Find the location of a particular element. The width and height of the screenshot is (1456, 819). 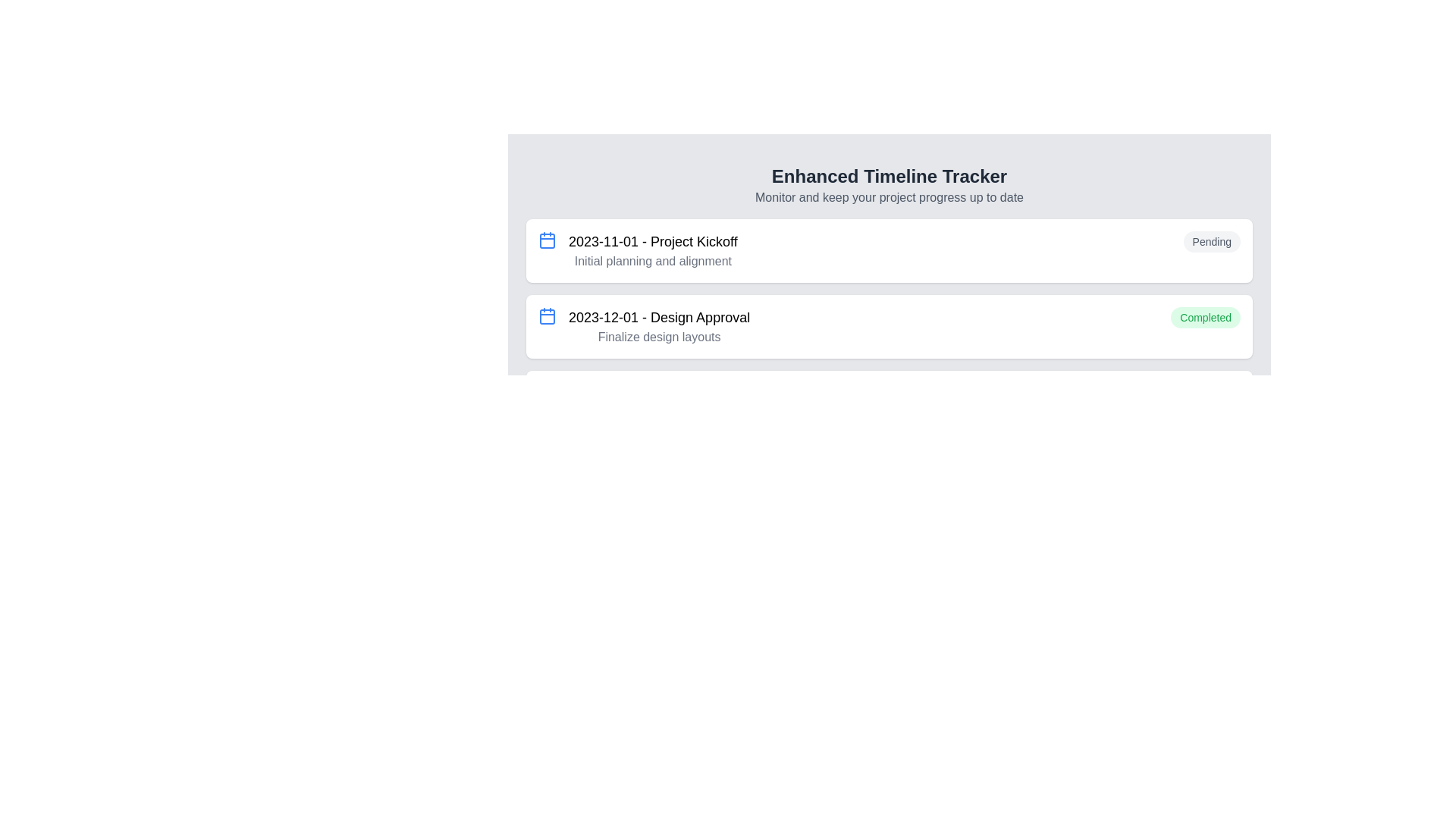

the badge located on the far right side of the first row in the list is located at coordinates (1211, 241).